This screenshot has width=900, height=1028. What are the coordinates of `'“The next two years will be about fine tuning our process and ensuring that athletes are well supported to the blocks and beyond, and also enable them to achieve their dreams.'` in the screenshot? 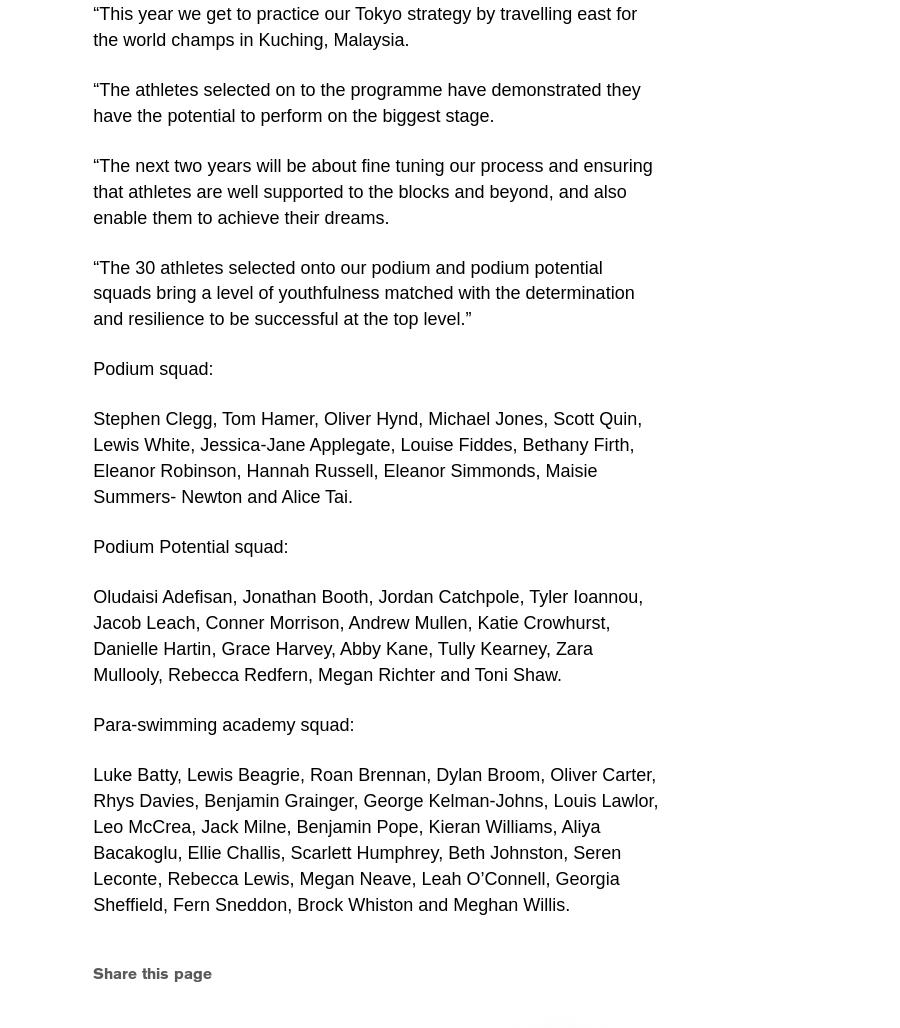 It's located at (372, 191).